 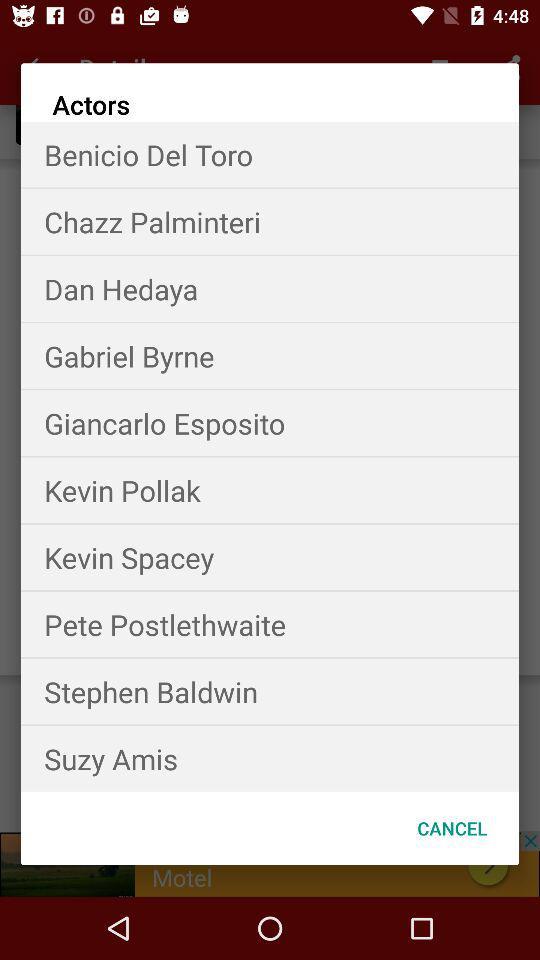 I want to click on icon at the bottom right corner, so click(x=452, y=828).